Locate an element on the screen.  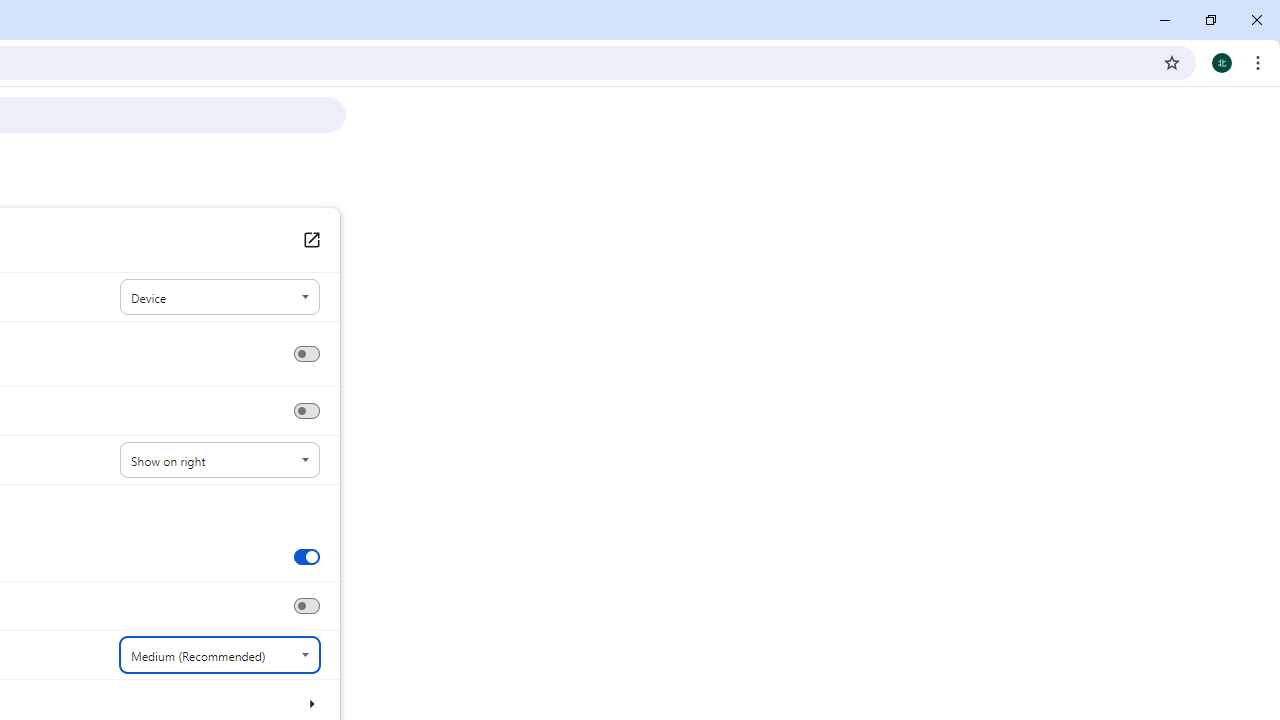
'Side panel position' is located at coordinates (219, 460).